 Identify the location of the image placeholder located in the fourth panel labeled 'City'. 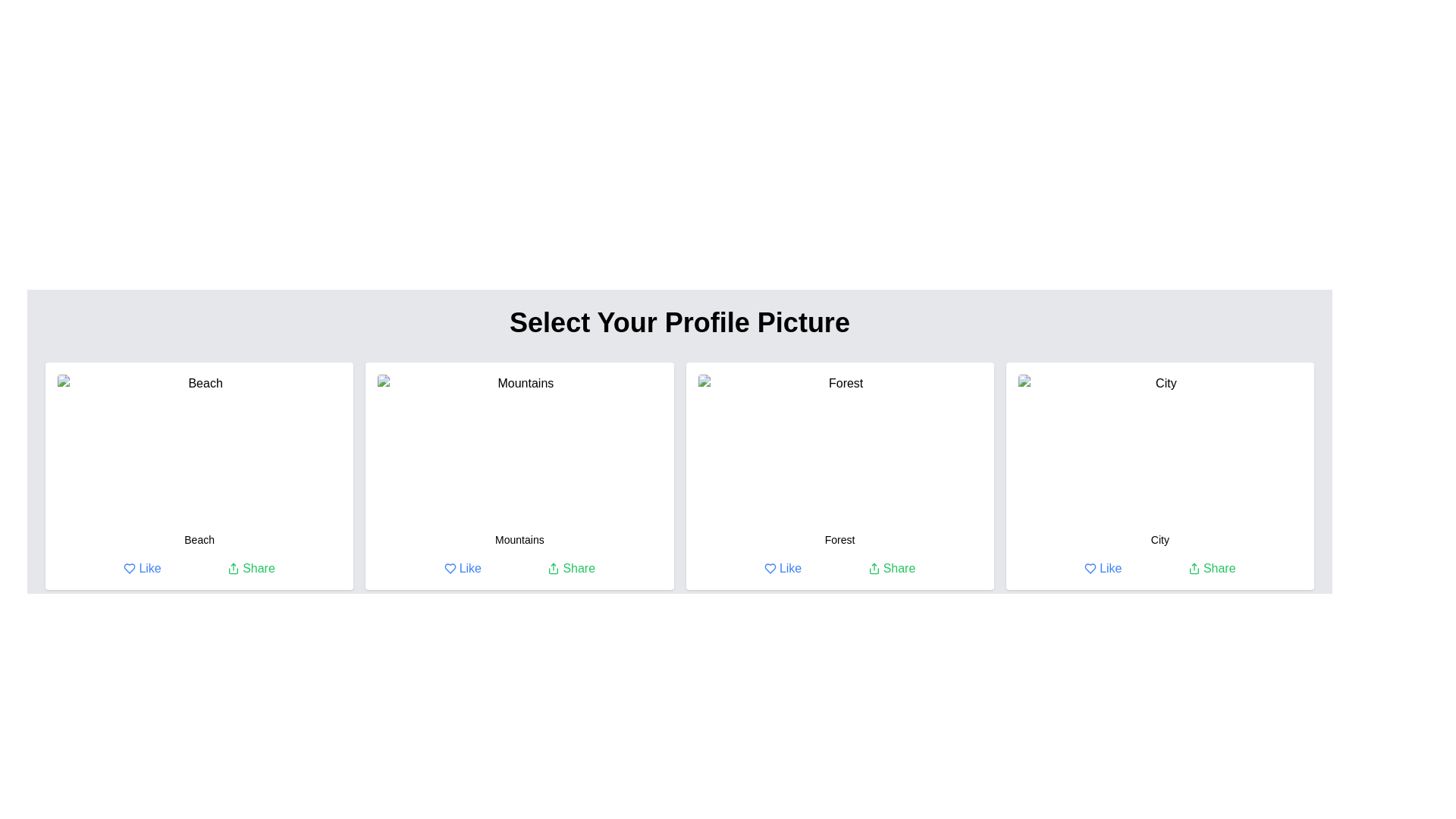
(1159, 447).